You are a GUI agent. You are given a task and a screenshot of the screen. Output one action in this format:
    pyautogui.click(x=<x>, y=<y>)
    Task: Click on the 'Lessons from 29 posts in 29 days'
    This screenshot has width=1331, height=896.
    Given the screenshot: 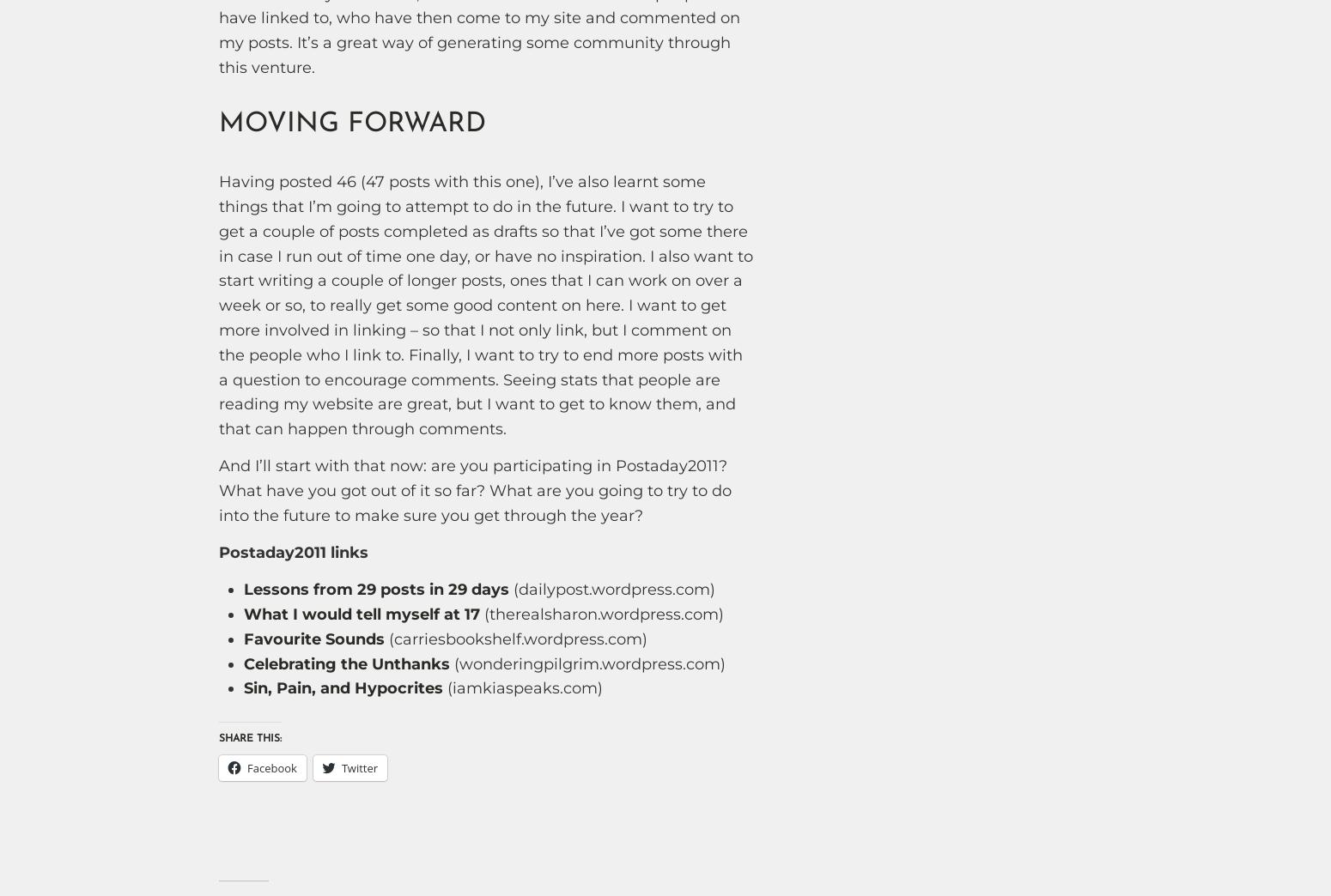 What is the action you would take?
    pyautogui.click(x=375, y=589)
    